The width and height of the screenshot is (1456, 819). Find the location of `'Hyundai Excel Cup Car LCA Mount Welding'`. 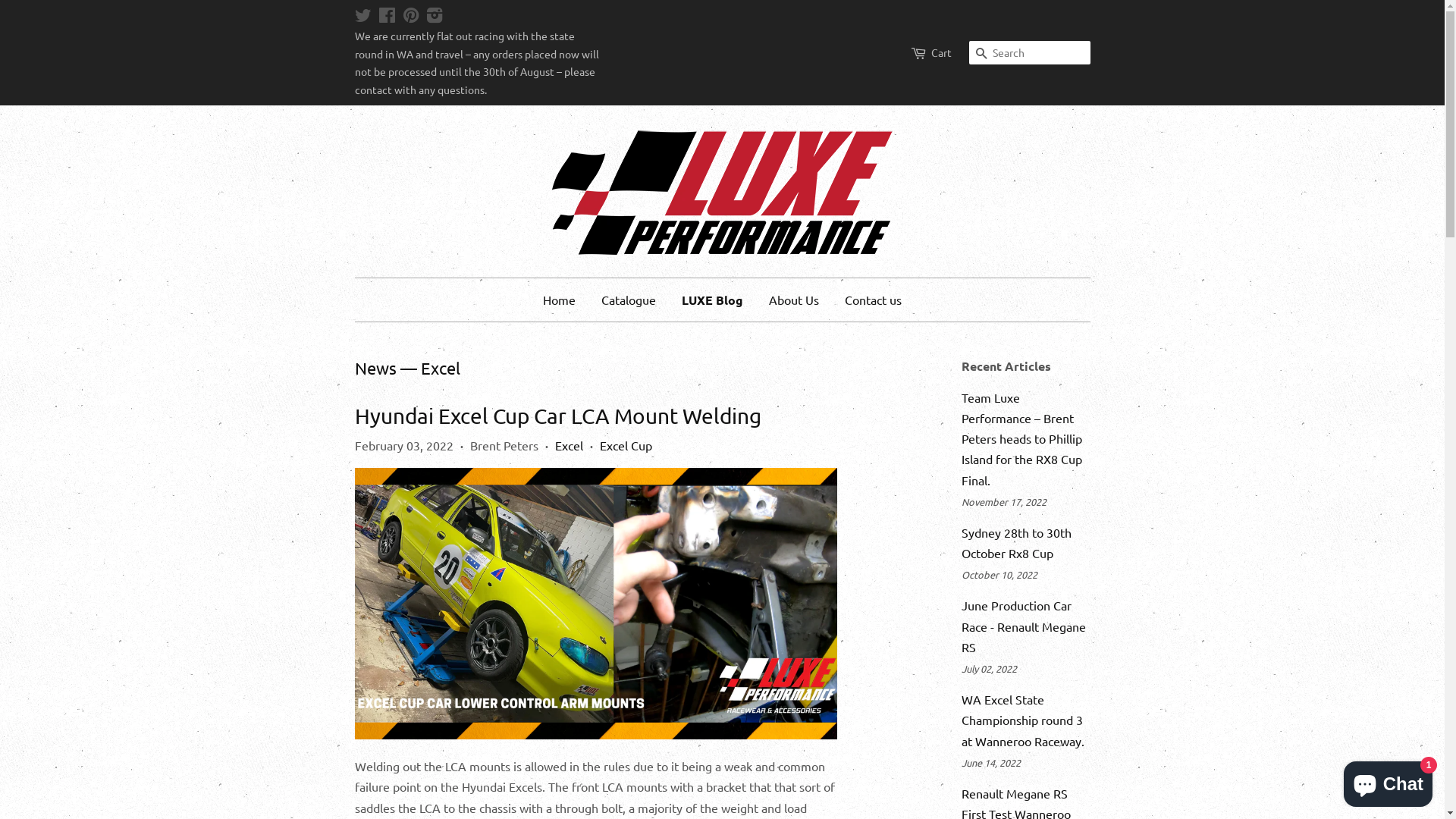

'Hyundai Excel Cup Car LCA Mount Welding' is located at coordinates (557, 416).